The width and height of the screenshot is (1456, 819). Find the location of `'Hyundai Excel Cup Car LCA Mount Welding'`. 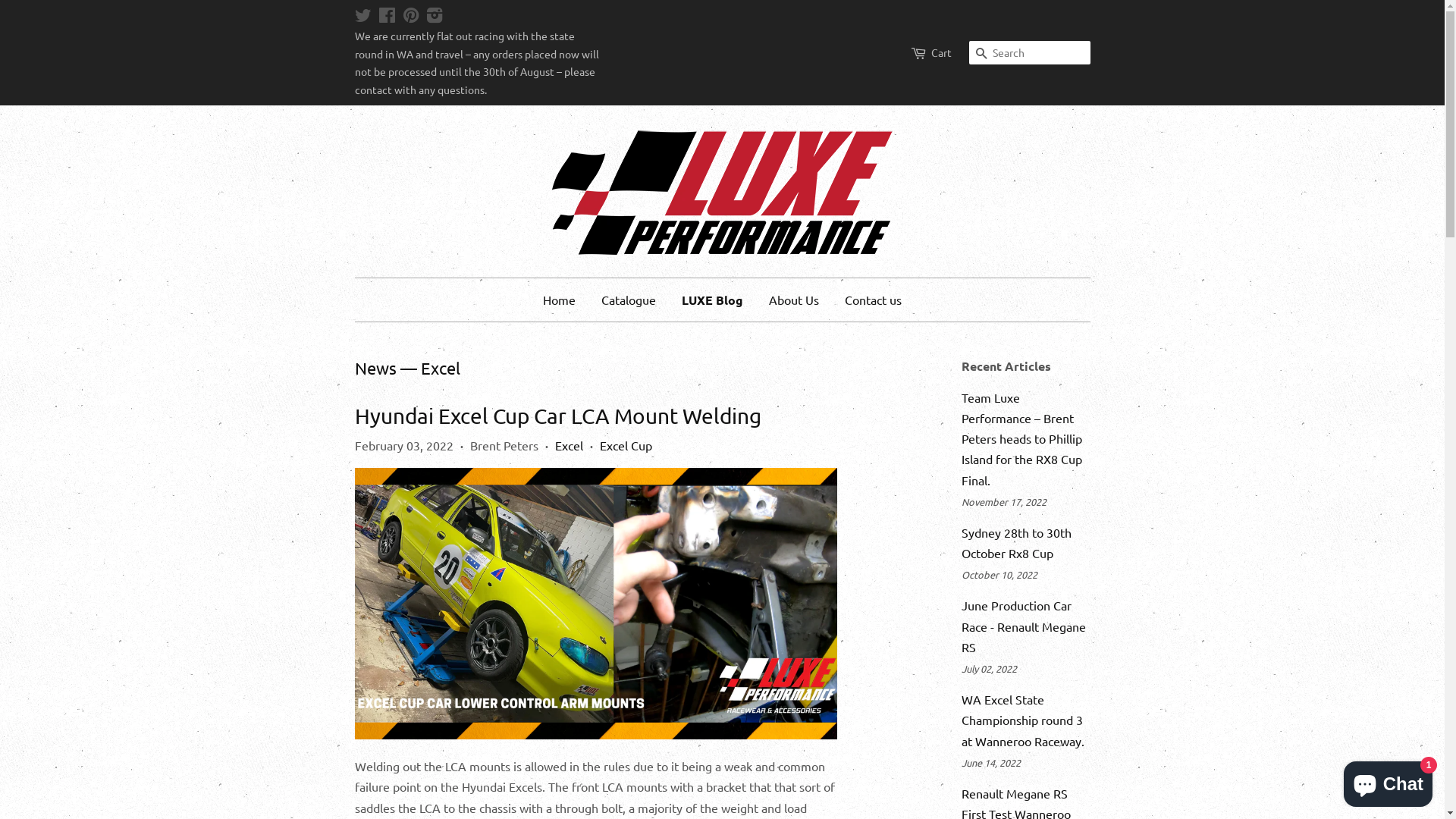

'Hyundai Excel Cup Car LCA Mount Welding' is located at coordinates (557, 416).